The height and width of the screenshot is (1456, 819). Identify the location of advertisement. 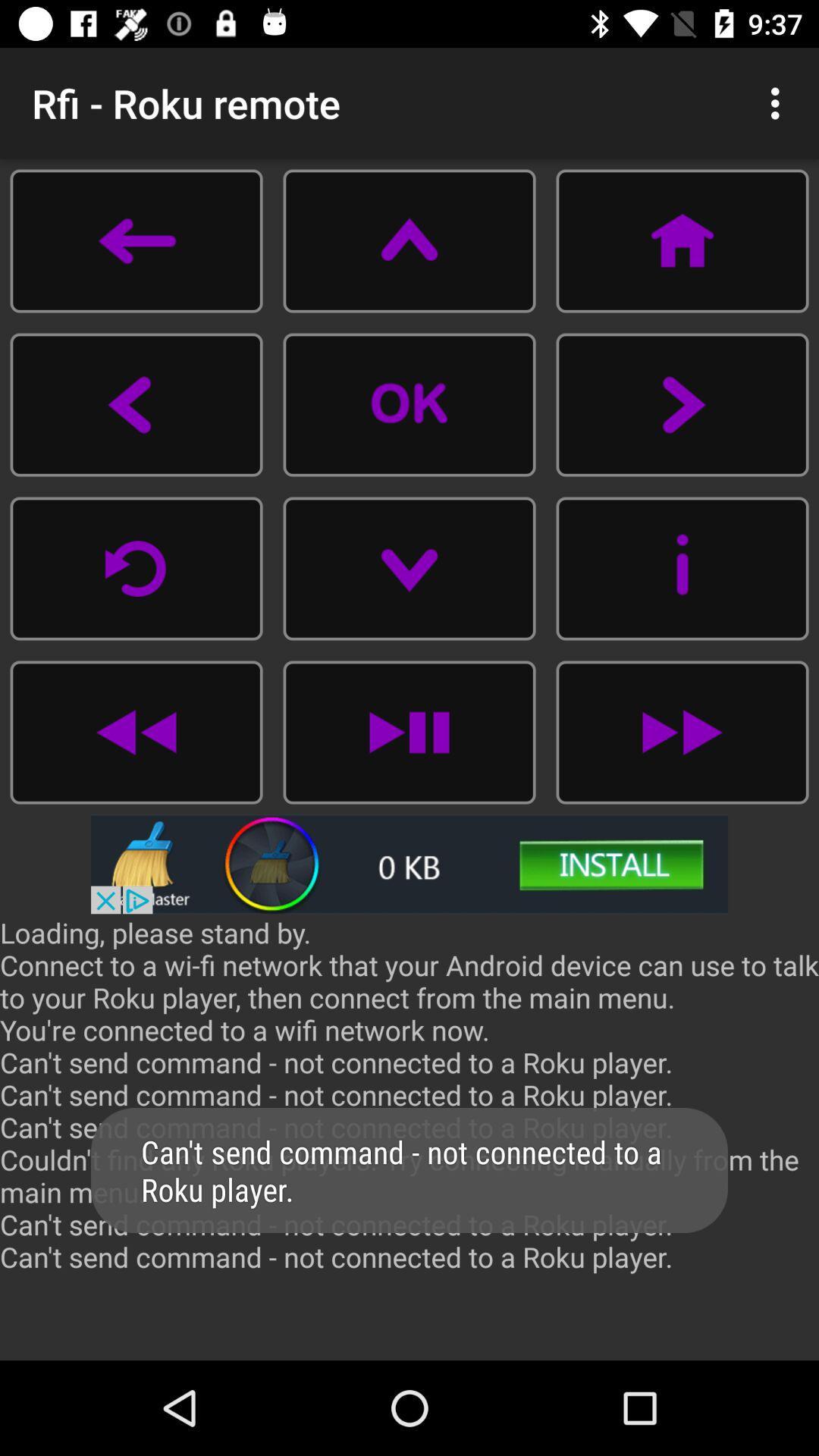
(409, 864).